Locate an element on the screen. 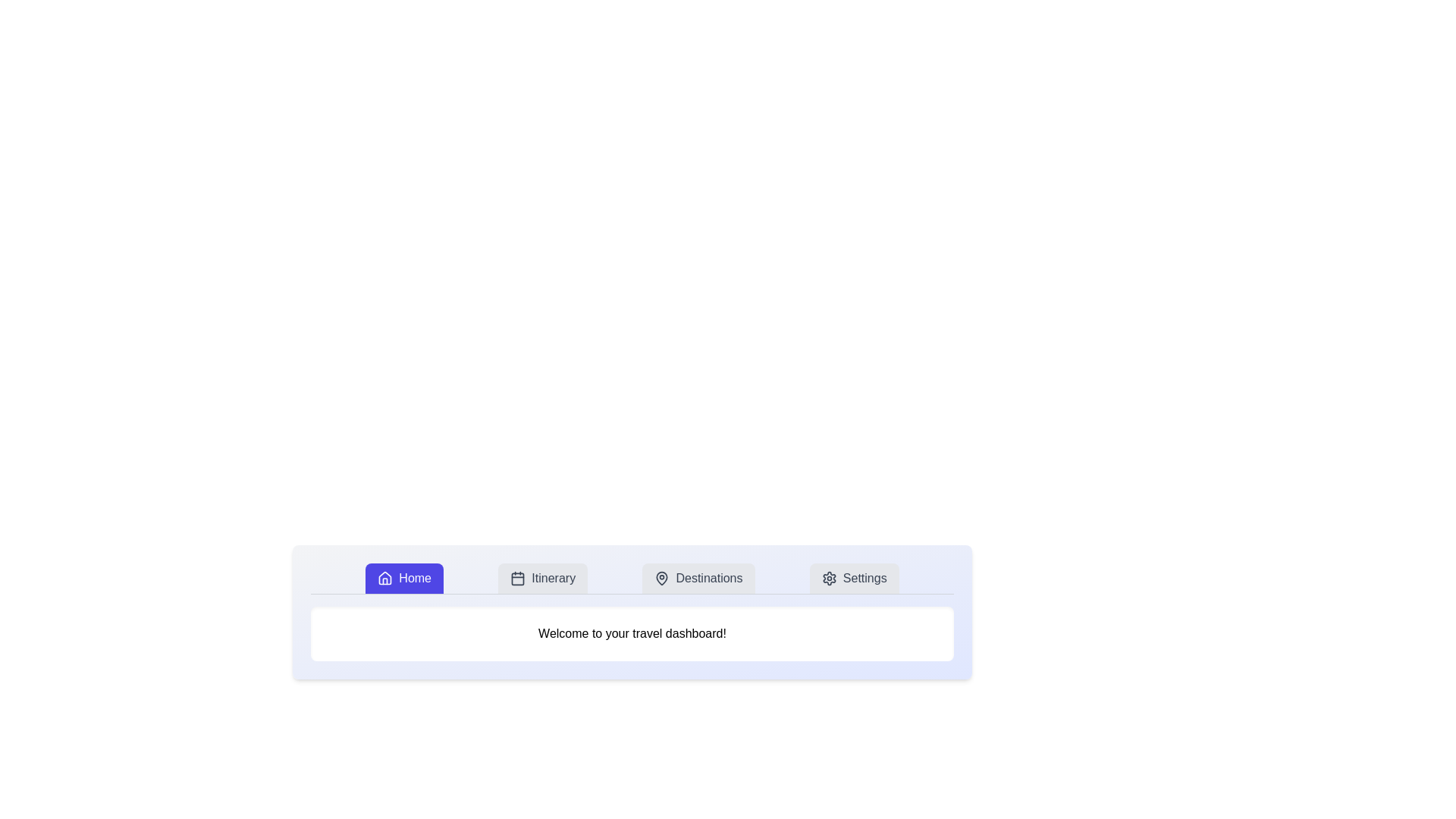 The image size is (1456, 819). the Navigation Bar for keyboard accessibility is located at coordinates (632, 579).